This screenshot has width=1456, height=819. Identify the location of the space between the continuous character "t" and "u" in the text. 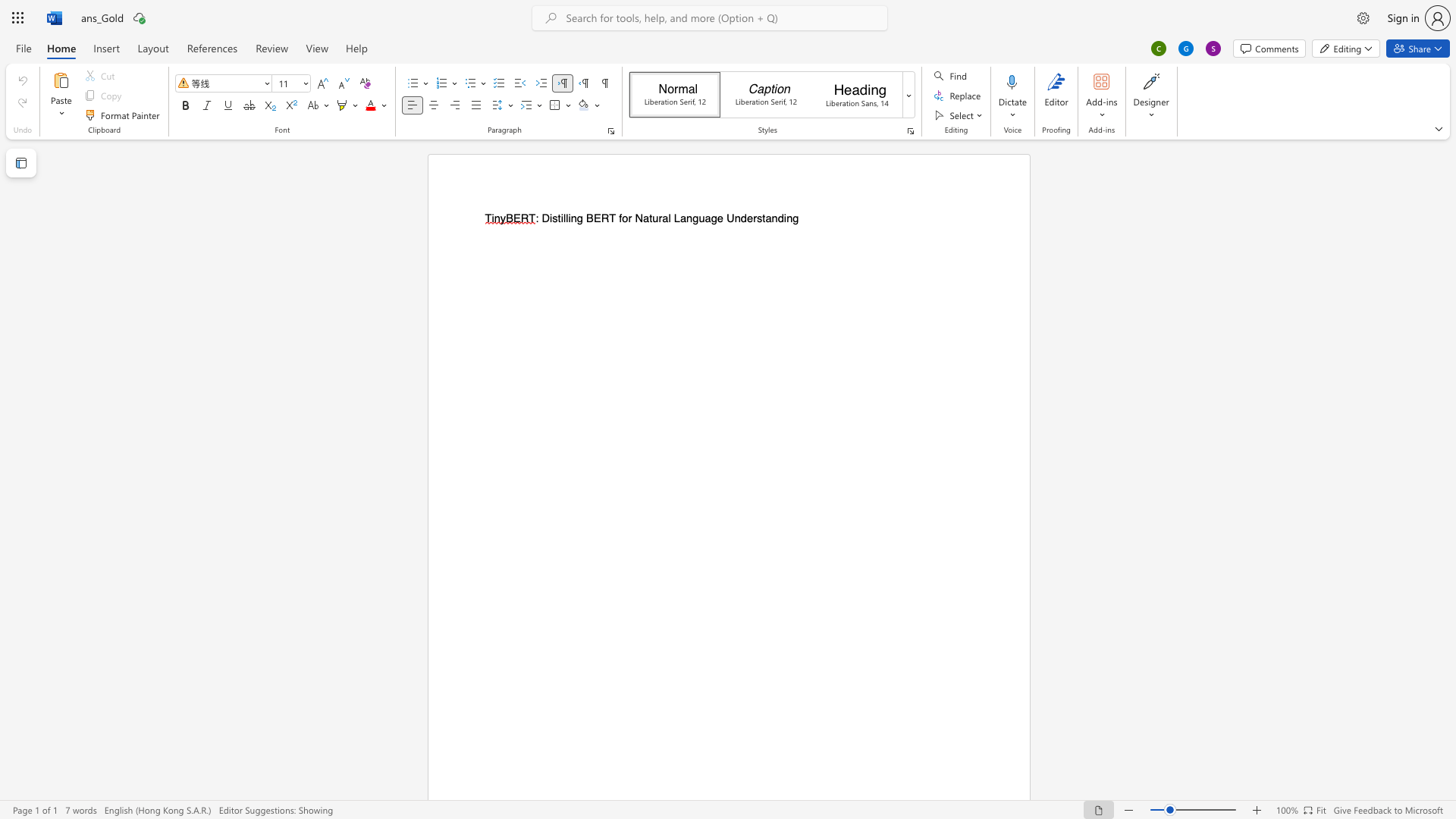
(653, 218).